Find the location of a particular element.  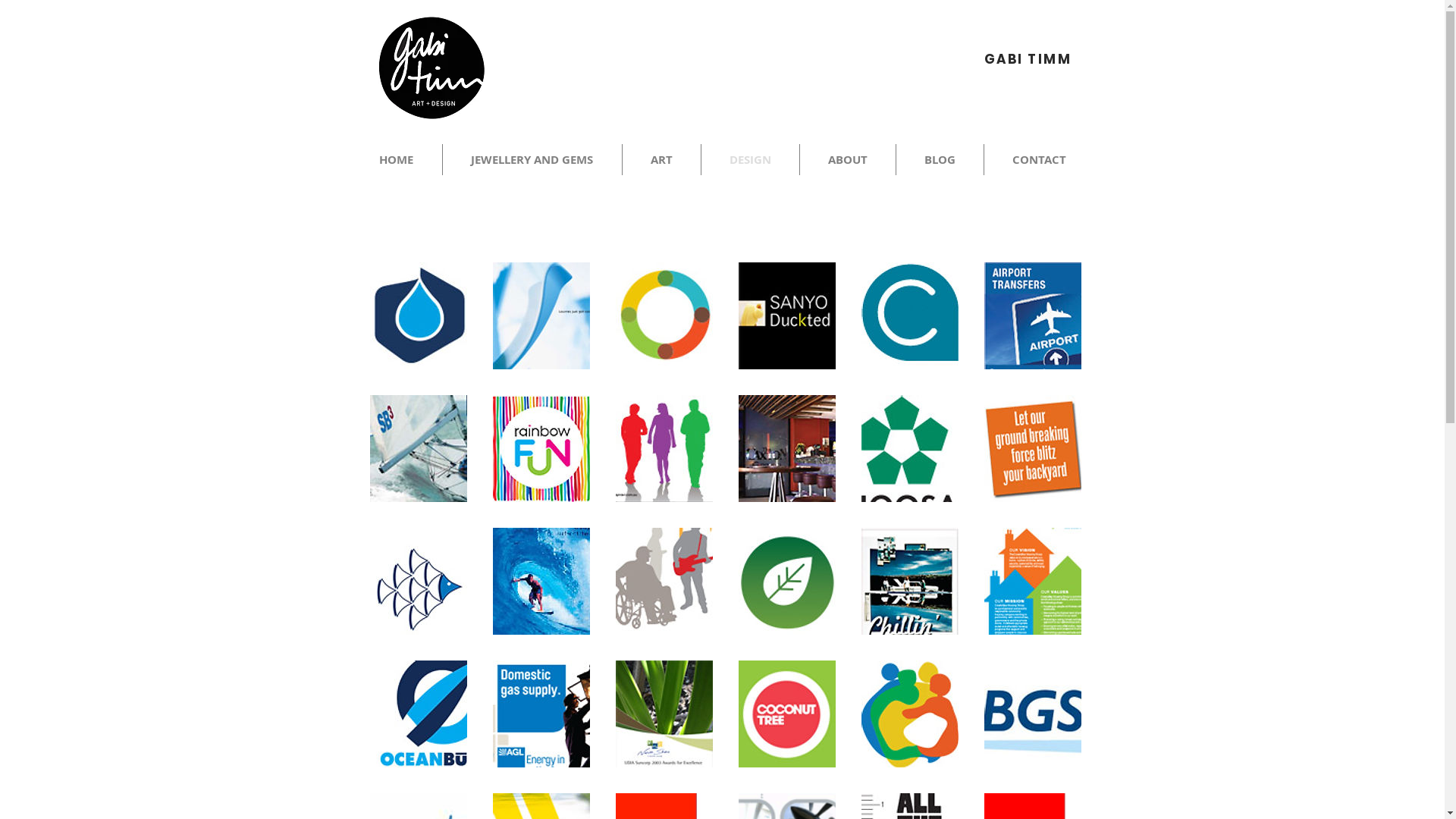

'JEWELLERY AND GEMS' is located at coordinates (532, 159).